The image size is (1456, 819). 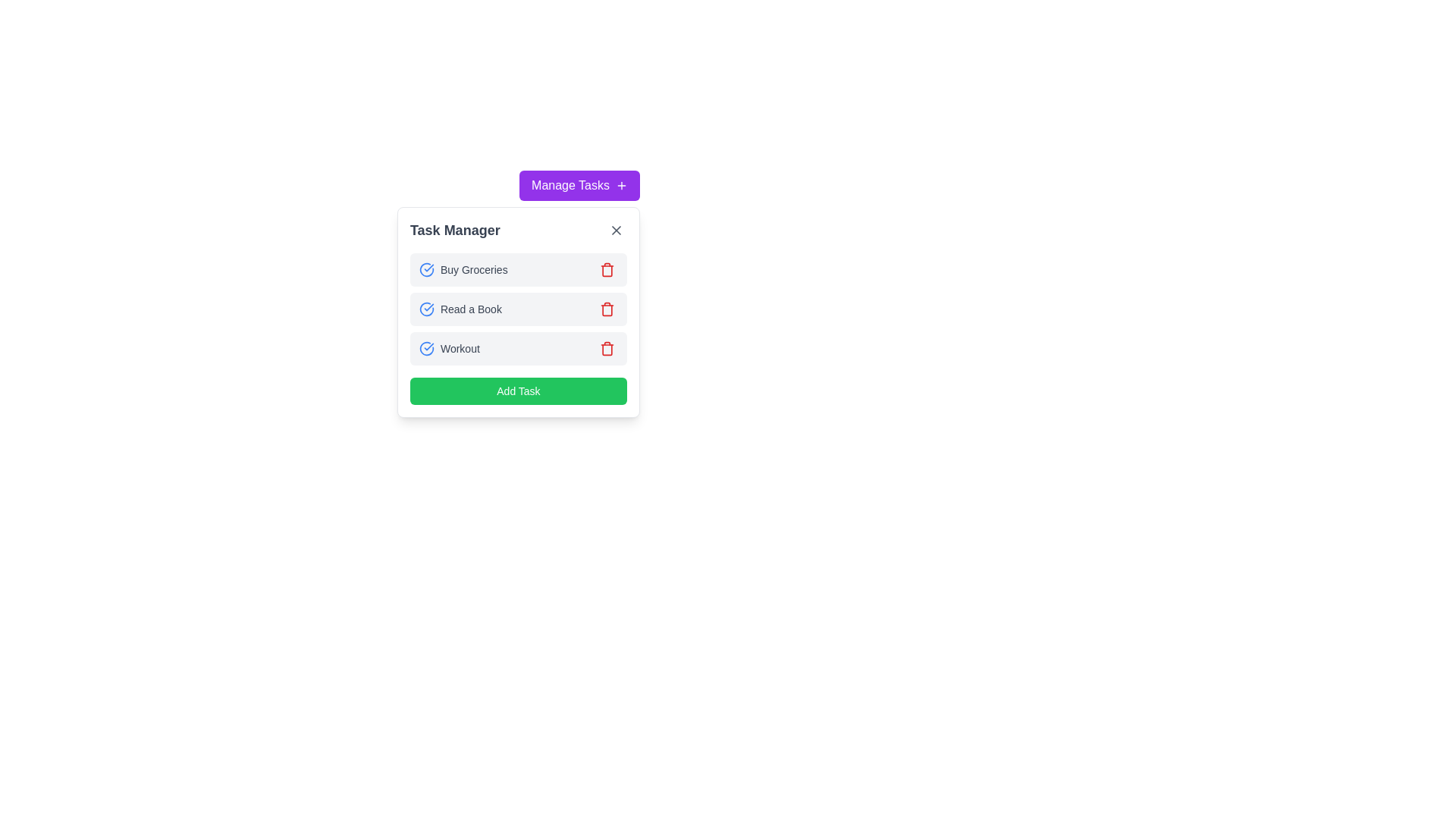 What do you see at coordinates (448, 348) in the screenshot?
I see `the text 'Workout' in the List item with text and icon component` at bounding box center [448, 348].